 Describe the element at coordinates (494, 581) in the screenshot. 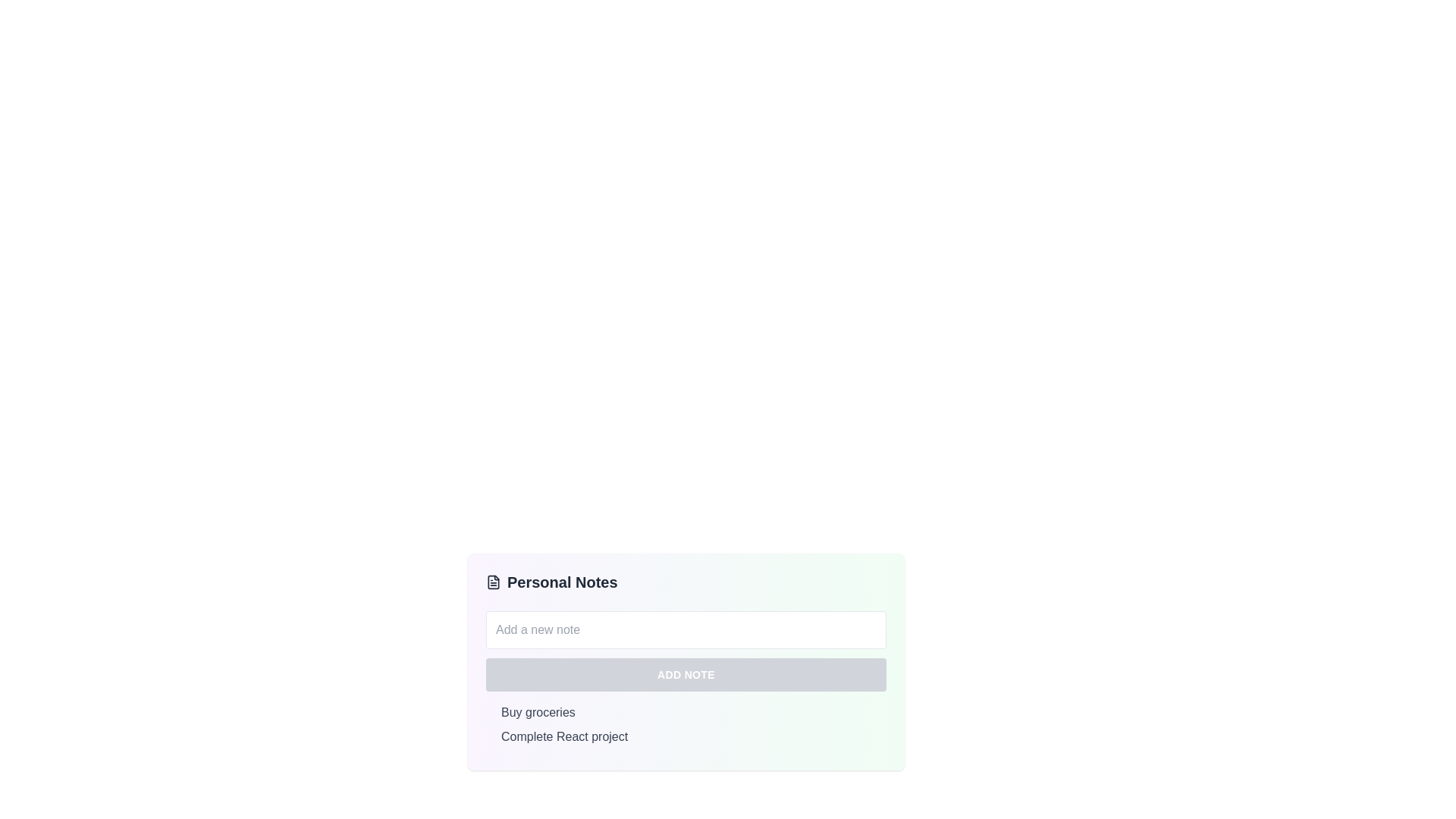

I see `the icon representing 'Personal Notes' which visually suggests it relates to notes or documents, positioned at the beginning of the title` at that location.